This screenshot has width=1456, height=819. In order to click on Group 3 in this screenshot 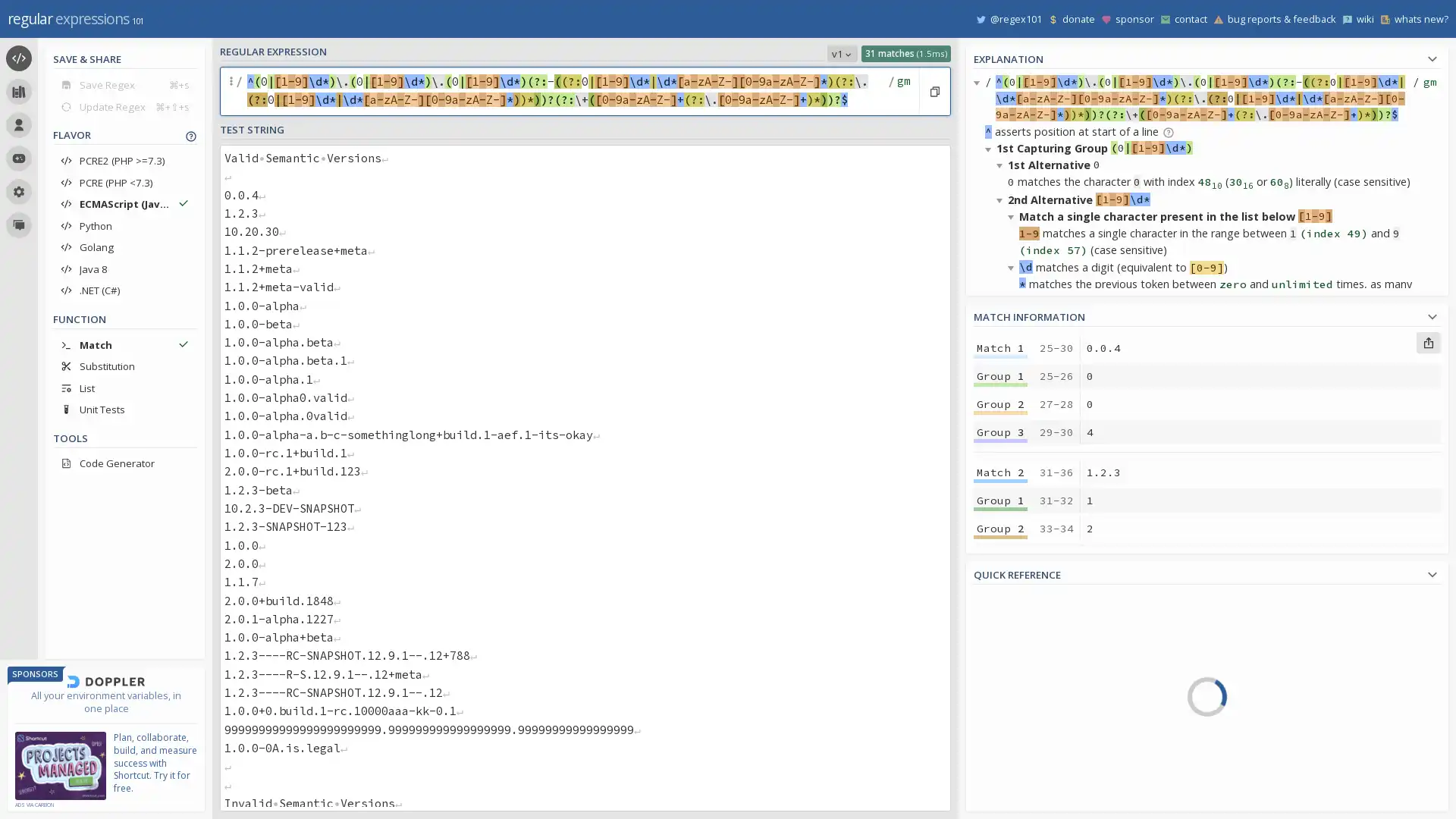, I will do `click(1000, 804)`.